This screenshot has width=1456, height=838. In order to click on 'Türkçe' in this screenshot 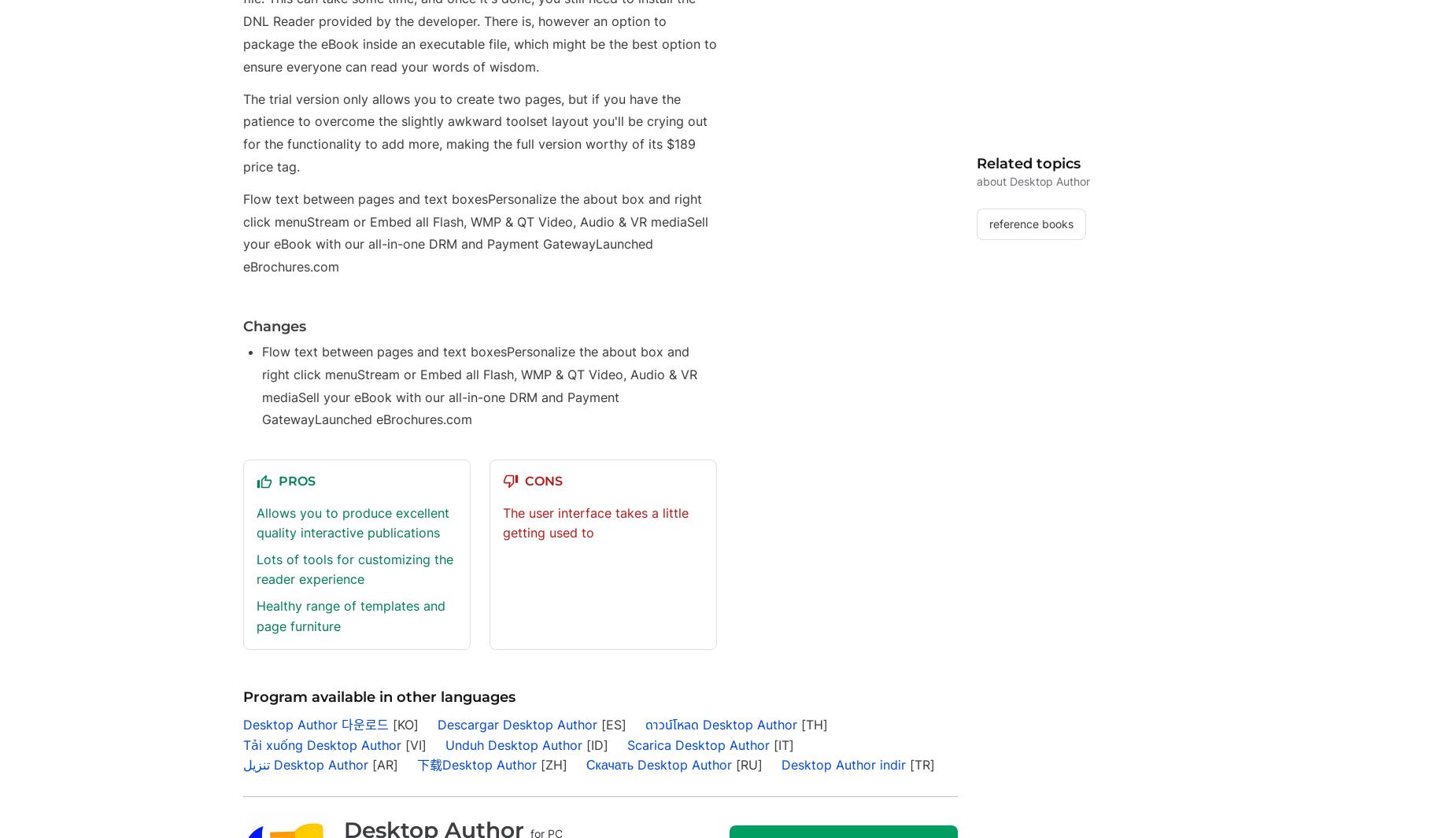, I will do `click(260, 146)`.